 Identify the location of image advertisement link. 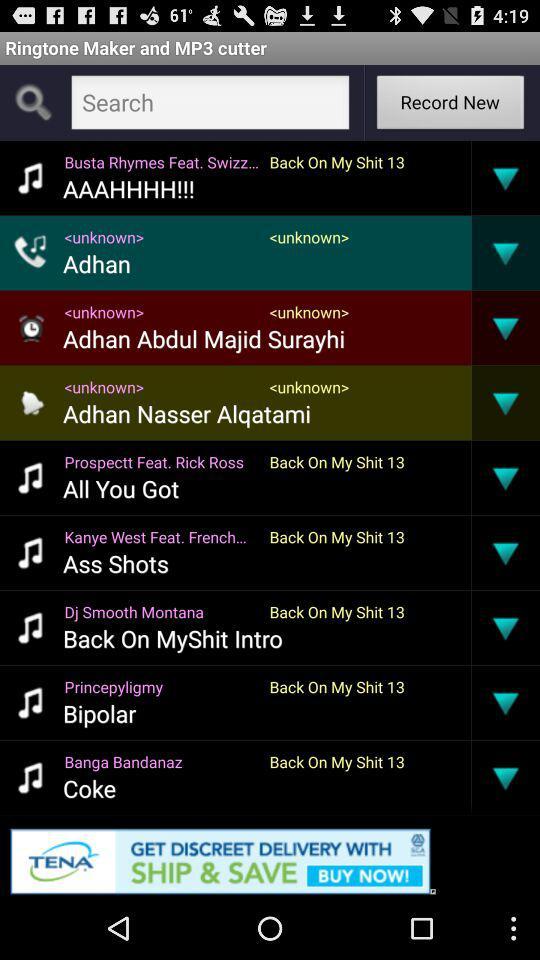
(270, 856).